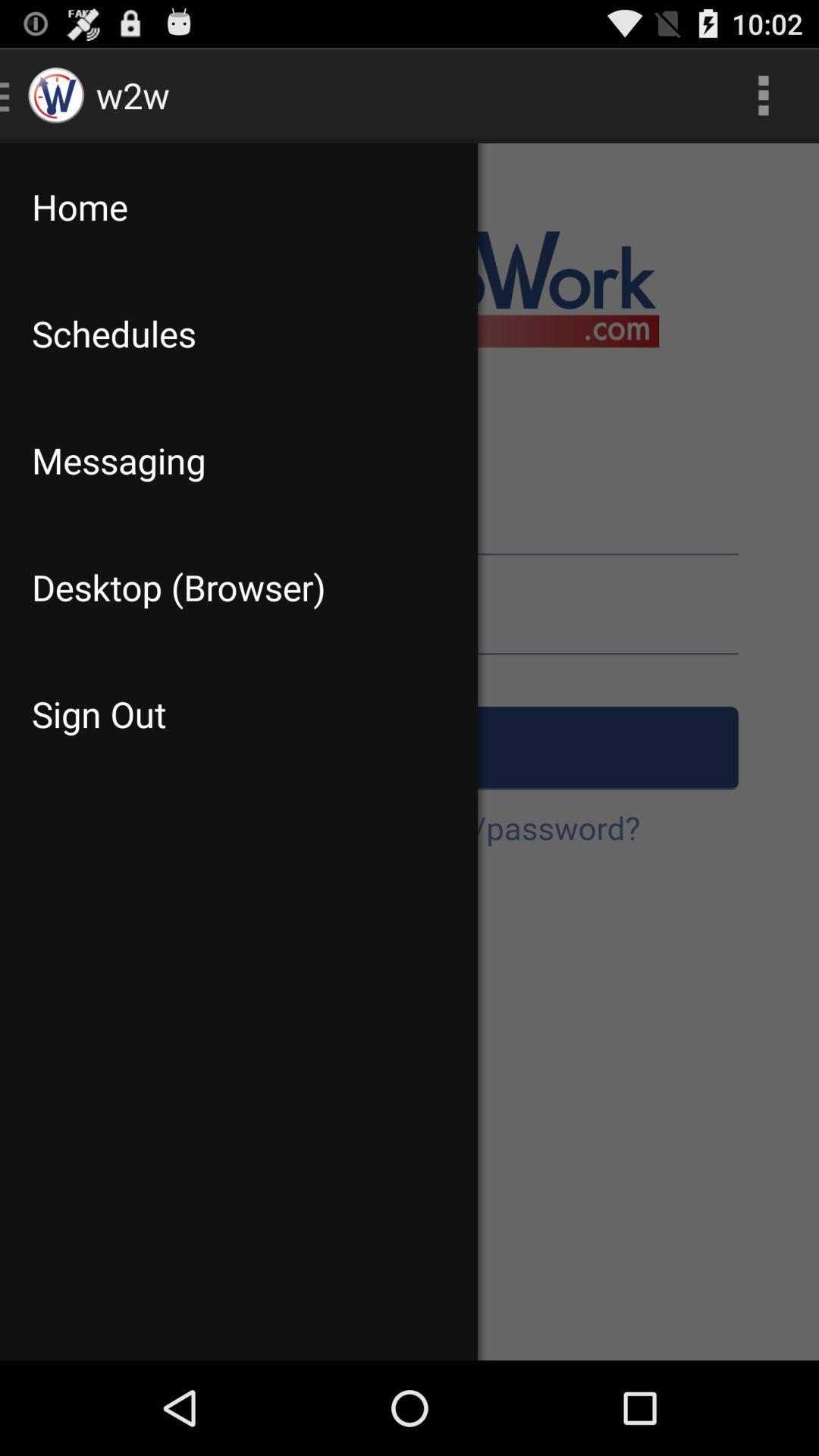 This screenshot has height=1456, width=819. What do you see at coordinates (239, 333) in the screenshot?
I see `the icon above the messaging icon` at bounding box center [239, 333].